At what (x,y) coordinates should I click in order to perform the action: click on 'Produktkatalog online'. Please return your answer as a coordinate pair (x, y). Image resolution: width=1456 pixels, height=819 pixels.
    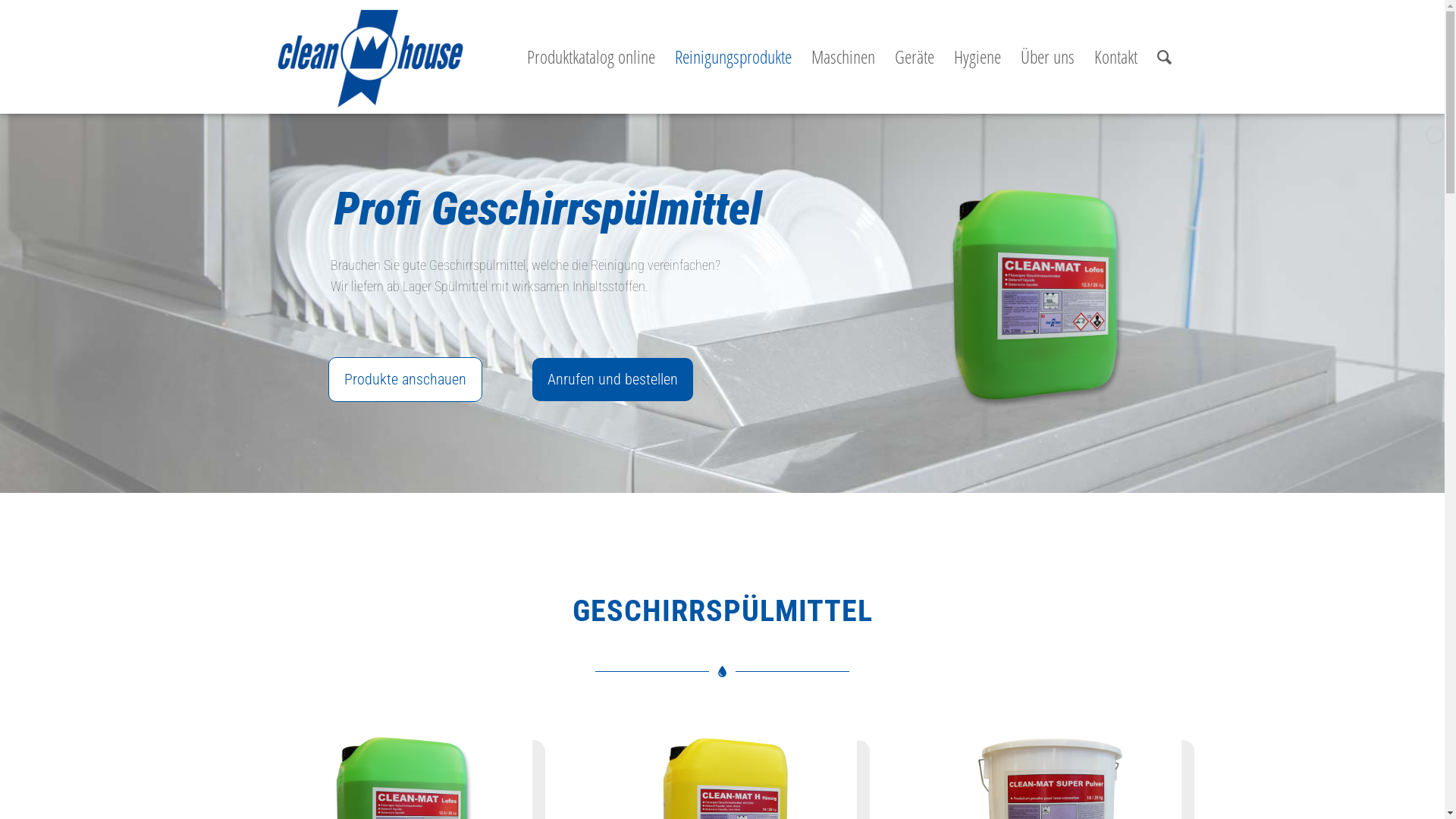
    Looking at the image, I should click on (590, 55).